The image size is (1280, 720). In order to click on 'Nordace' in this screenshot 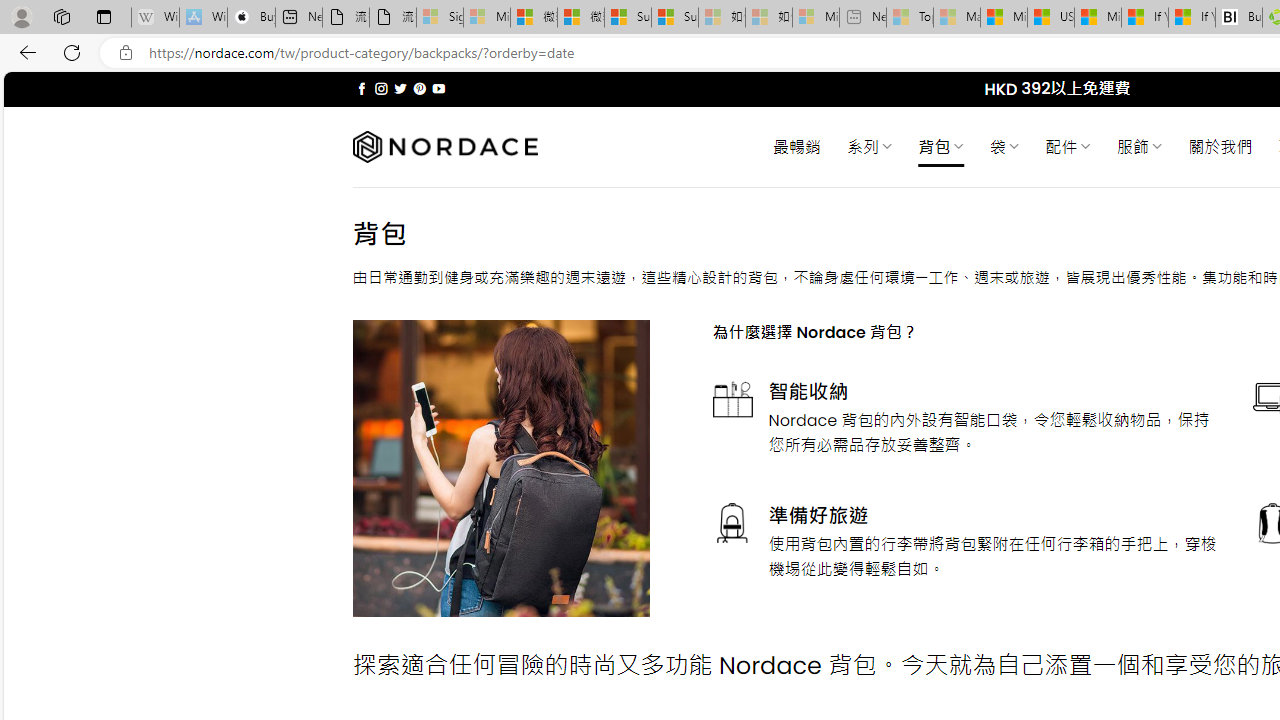, I will do `click(443, 146)`.